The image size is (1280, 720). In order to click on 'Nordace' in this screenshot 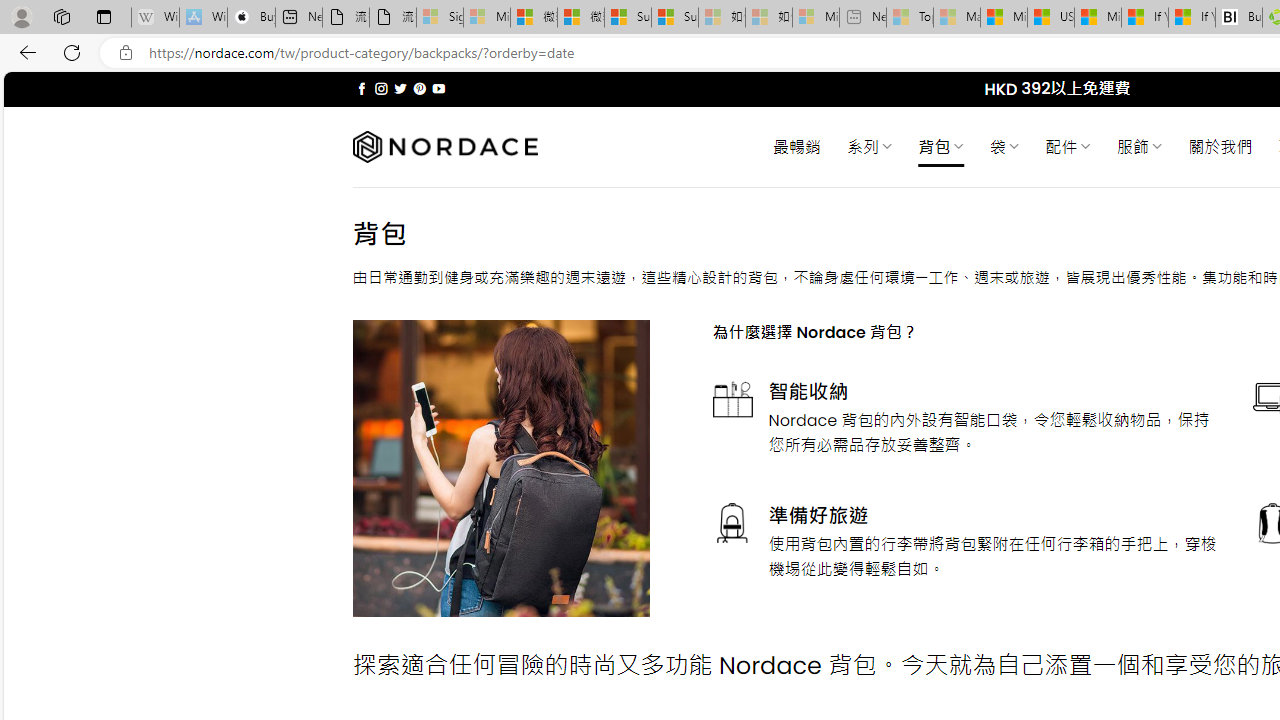, I will do `click(443, 146)`.